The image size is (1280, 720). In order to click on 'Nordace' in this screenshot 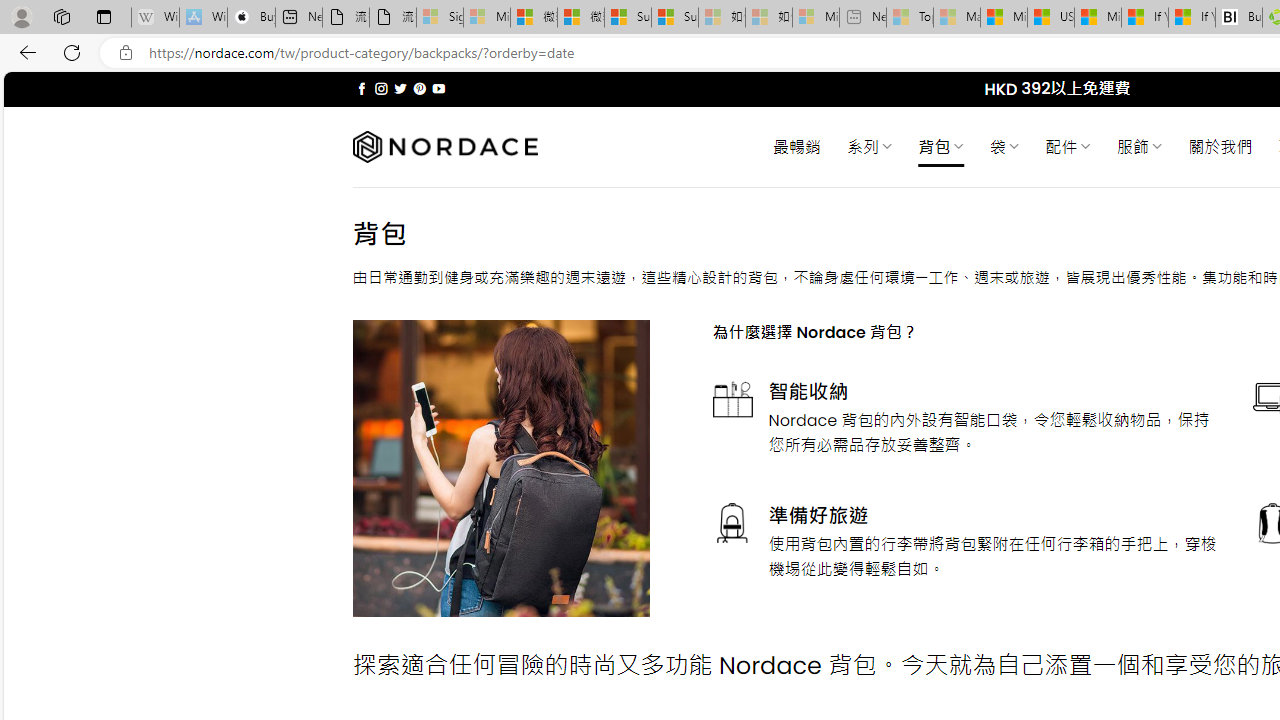, I will do `click(443, 146)`.